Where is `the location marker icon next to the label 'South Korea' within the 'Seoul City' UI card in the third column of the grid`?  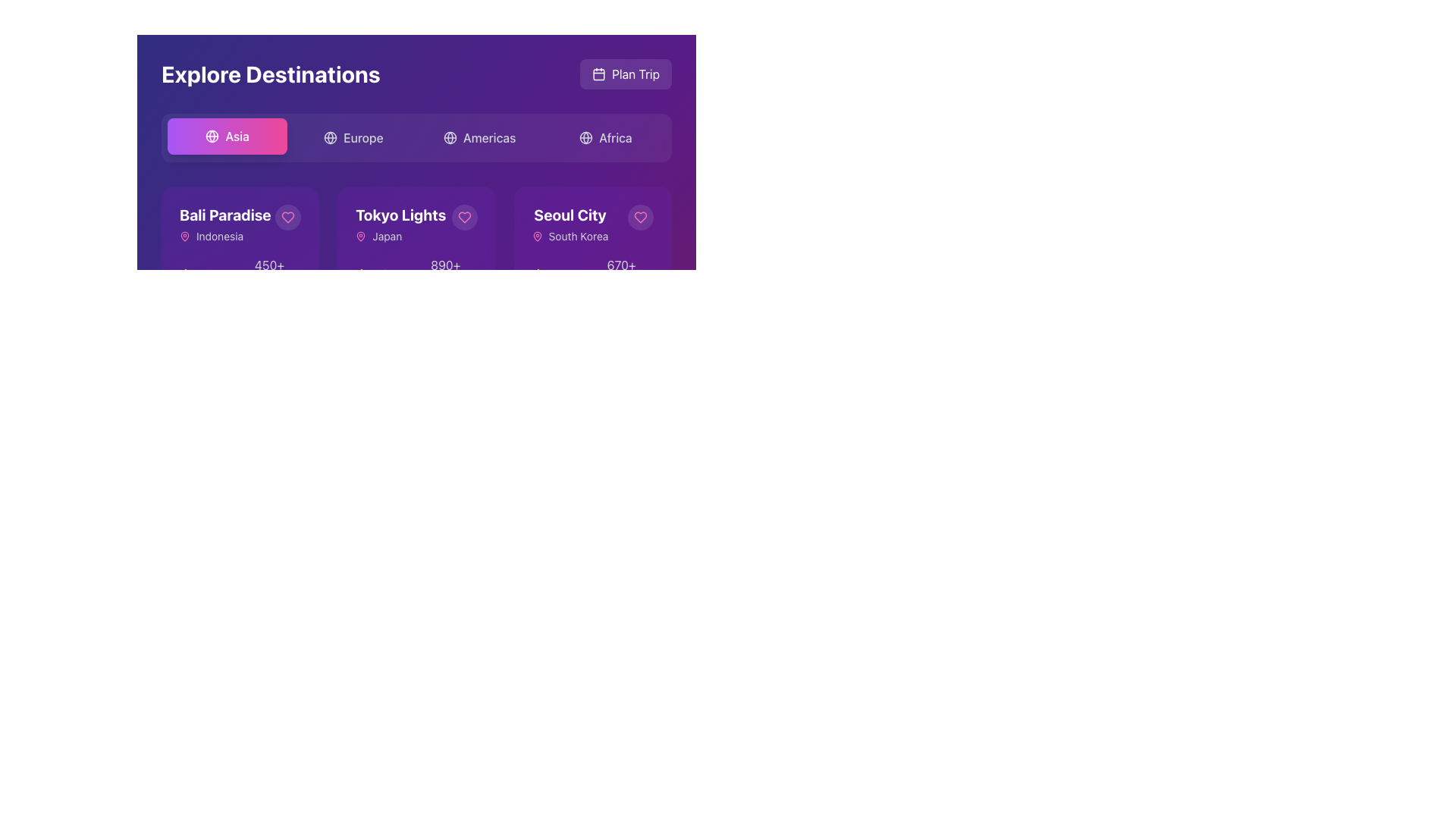 the location marker icon next to the label 'South Korea' within the 'Seoul City' UI card in the third column of the grid is located at coordinates (537, 237).